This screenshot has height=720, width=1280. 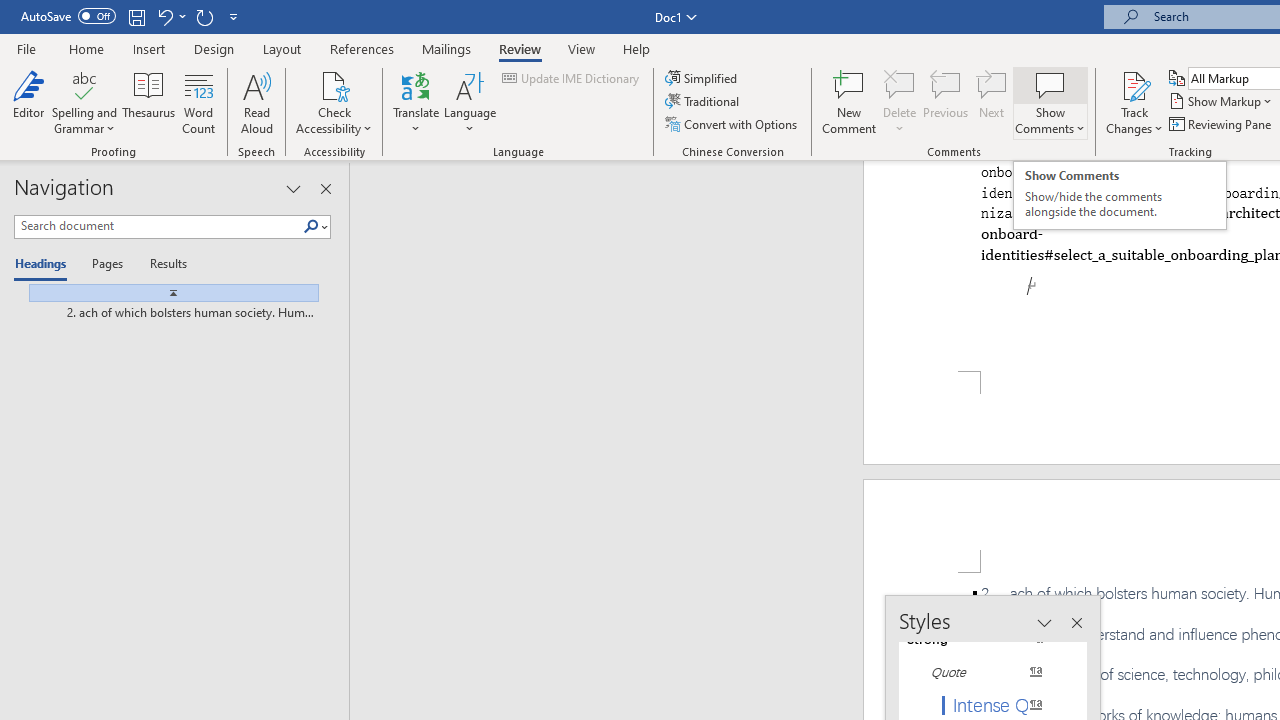 What do you see at coordinates (84, 103) in the screenshot?
I see `'Spelling and Grammar'` at bounding box center [84, 103].